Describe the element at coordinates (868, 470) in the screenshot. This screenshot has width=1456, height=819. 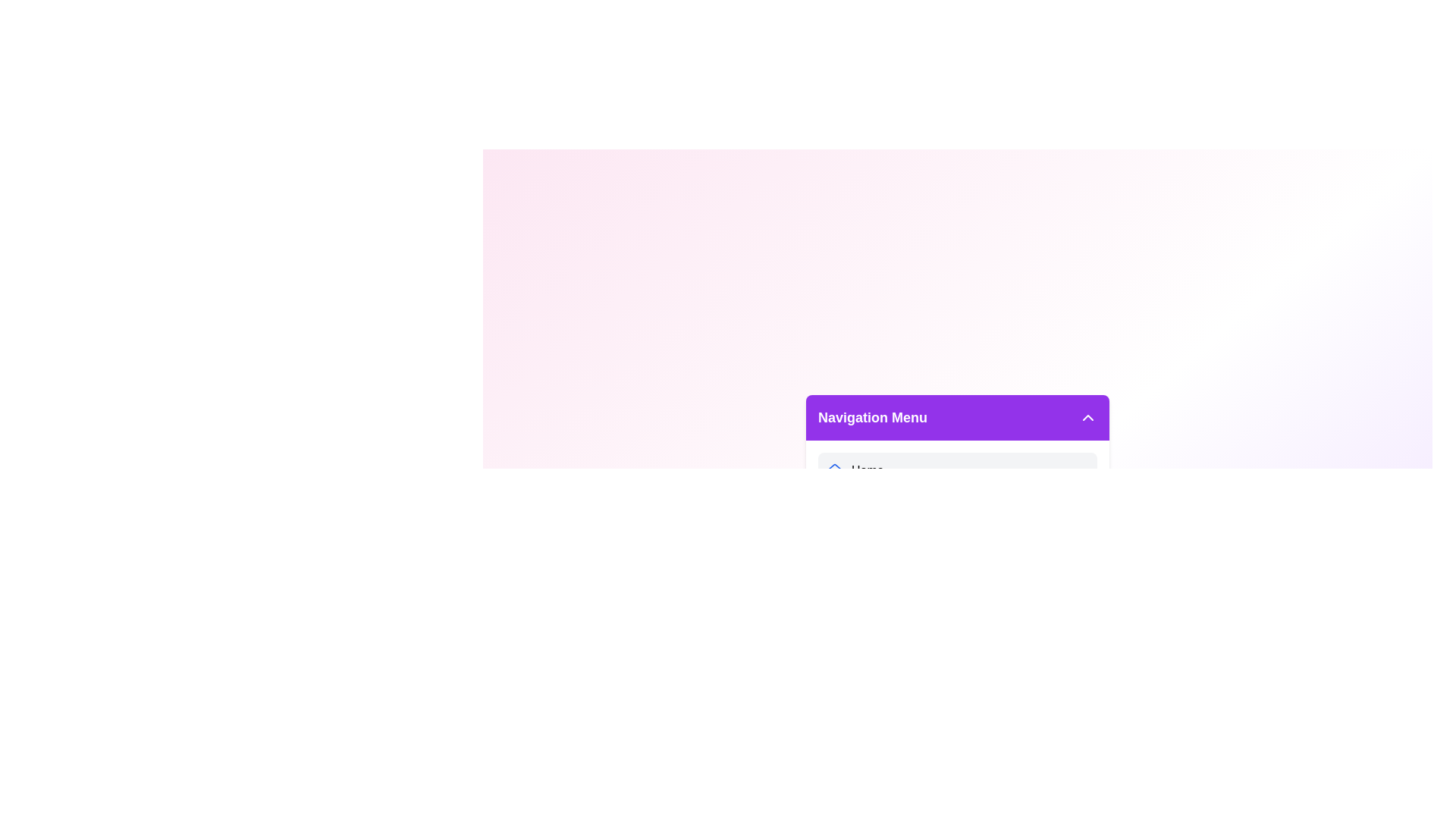
I see `the 'Home' text label, which is a medium-sized, clear, and readable label located to the right of an icon within the navigation options` at that location.